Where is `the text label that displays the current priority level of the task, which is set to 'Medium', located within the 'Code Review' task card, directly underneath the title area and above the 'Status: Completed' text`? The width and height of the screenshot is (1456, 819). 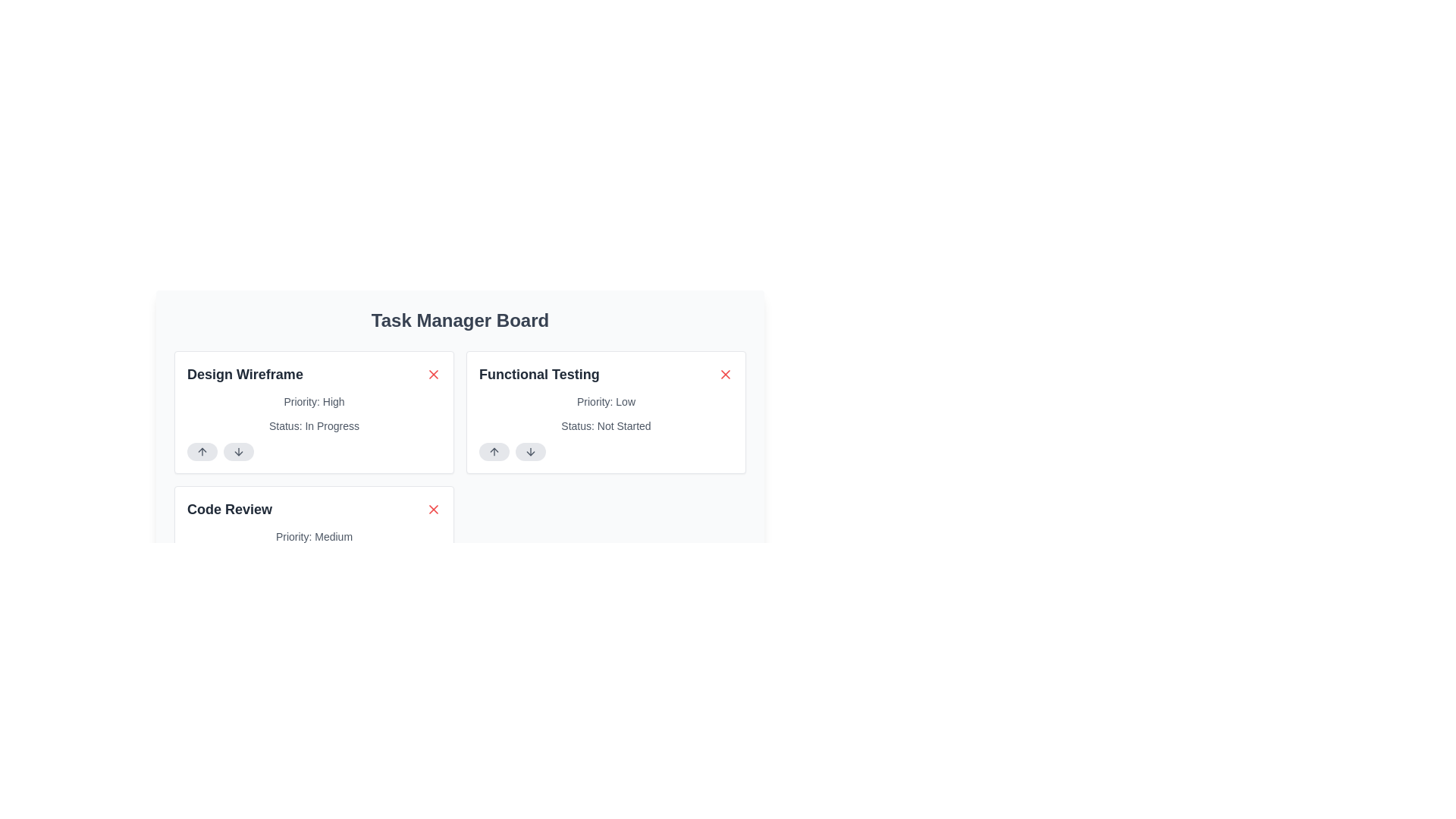 the text label that displays the current priority level of the task, which is set to 'Medium', located within the 'Code Review' task card, directly underneath the title area and above the 'Status: Completed' text is located at coordinates (313, 536).